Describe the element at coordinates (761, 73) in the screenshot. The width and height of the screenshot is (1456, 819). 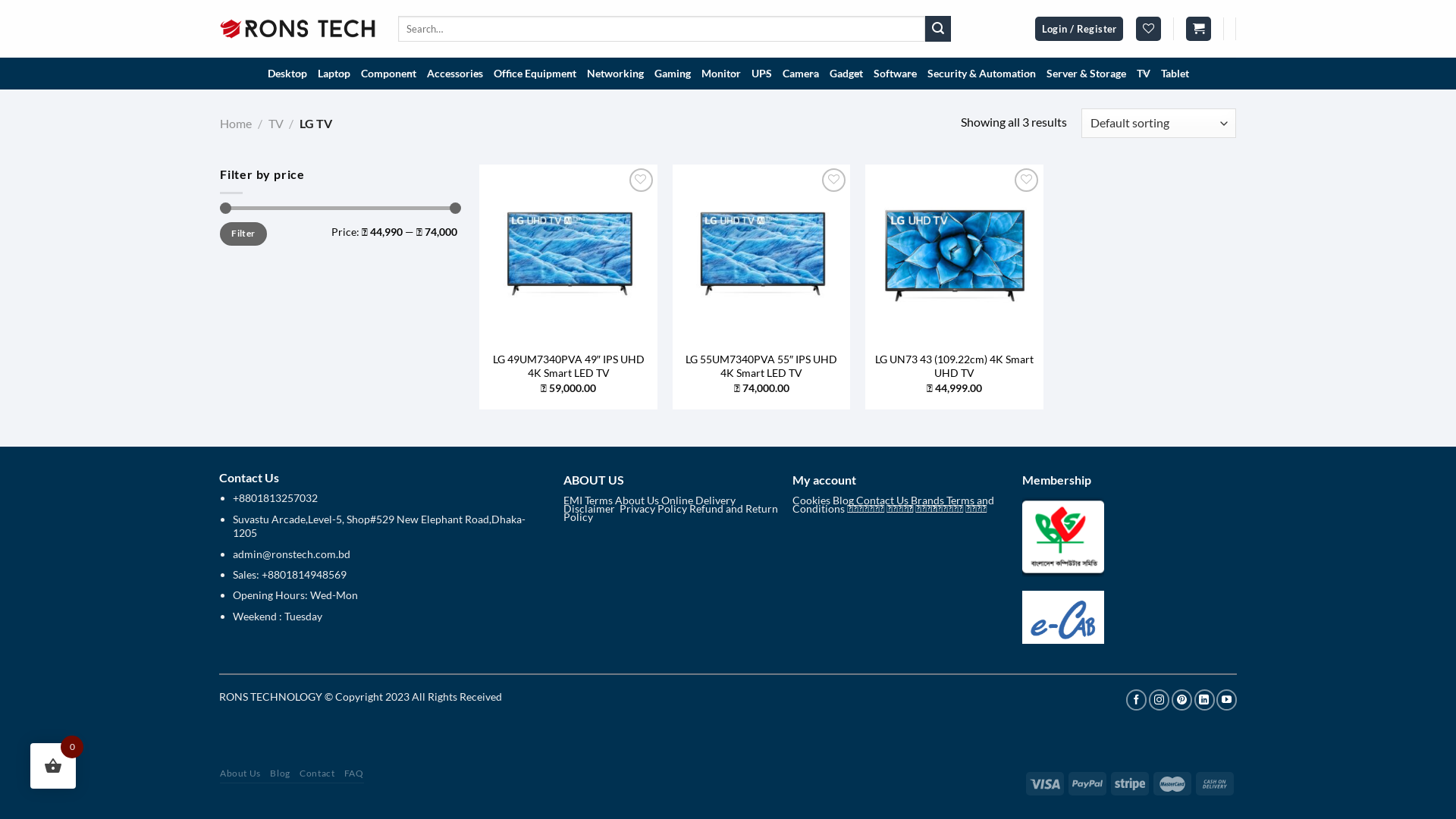
I see `'UPS'` at that location.